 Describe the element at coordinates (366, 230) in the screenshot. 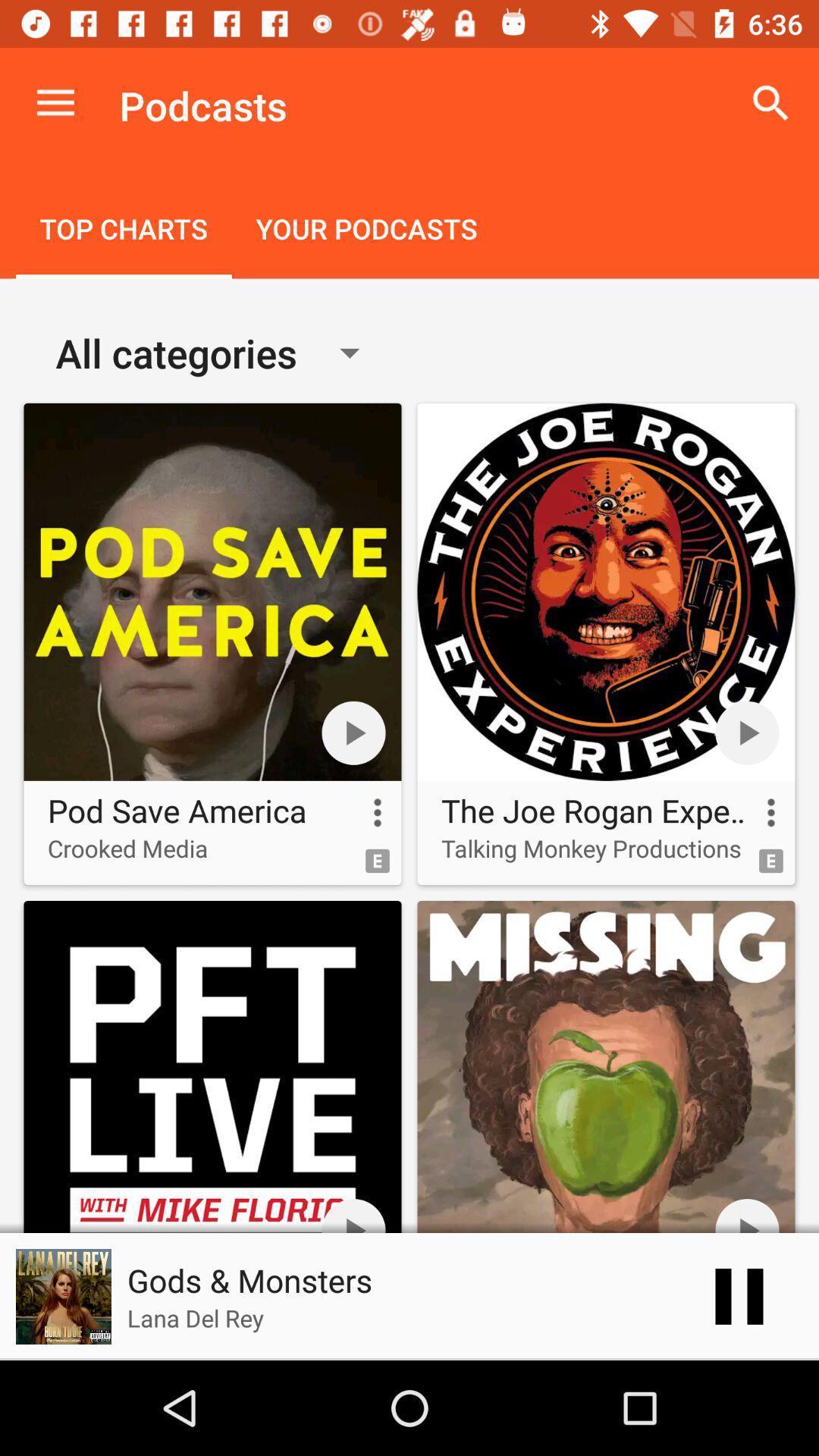

I see `item above all categories` at that location.